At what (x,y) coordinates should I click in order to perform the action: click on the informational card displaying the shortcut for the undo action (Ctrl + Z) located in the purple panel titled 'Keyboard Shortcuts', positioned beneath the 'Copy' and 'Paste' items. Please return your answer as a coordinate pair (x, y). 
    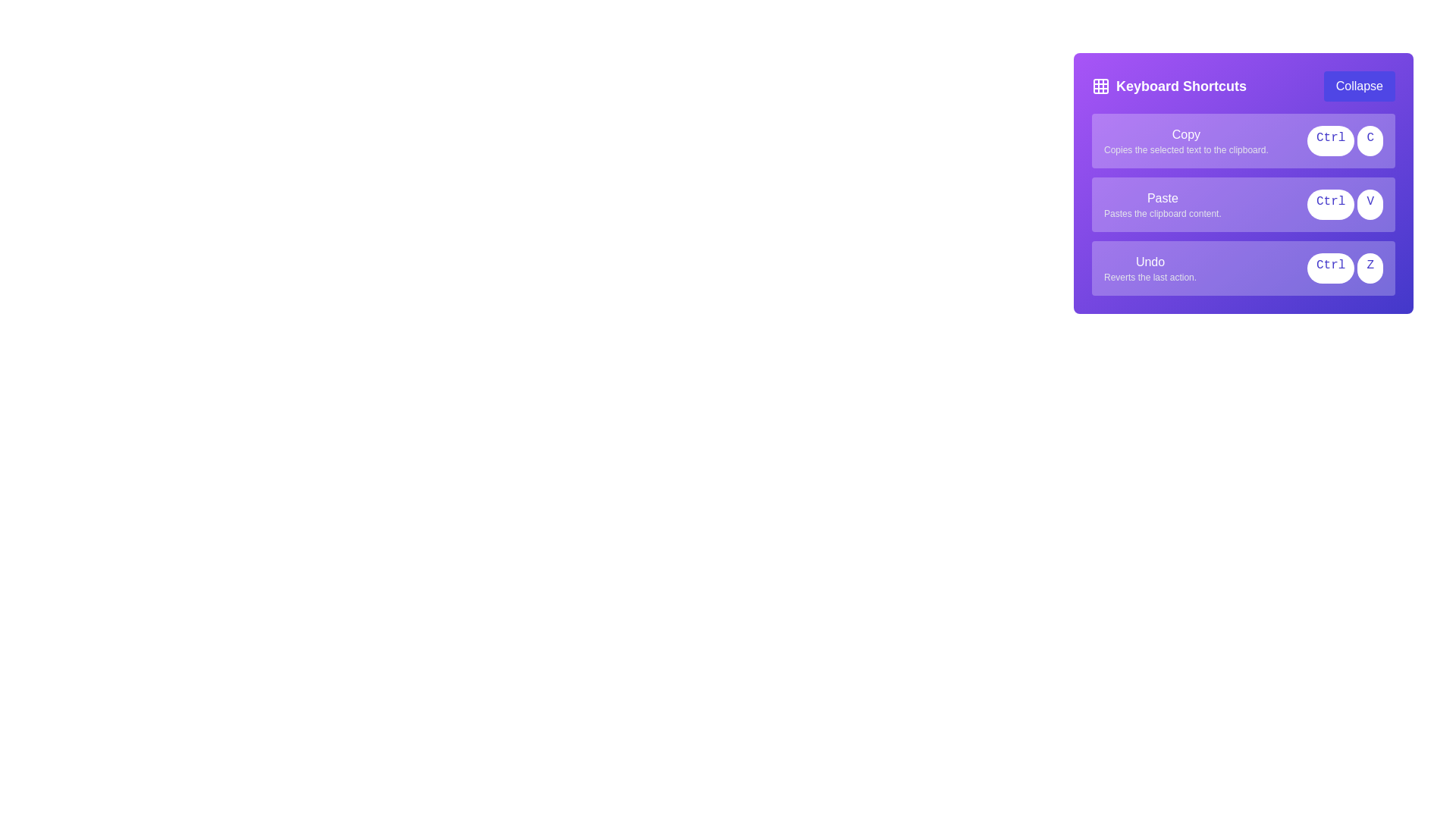
    Looking at the image, I should click on (1244, 268).